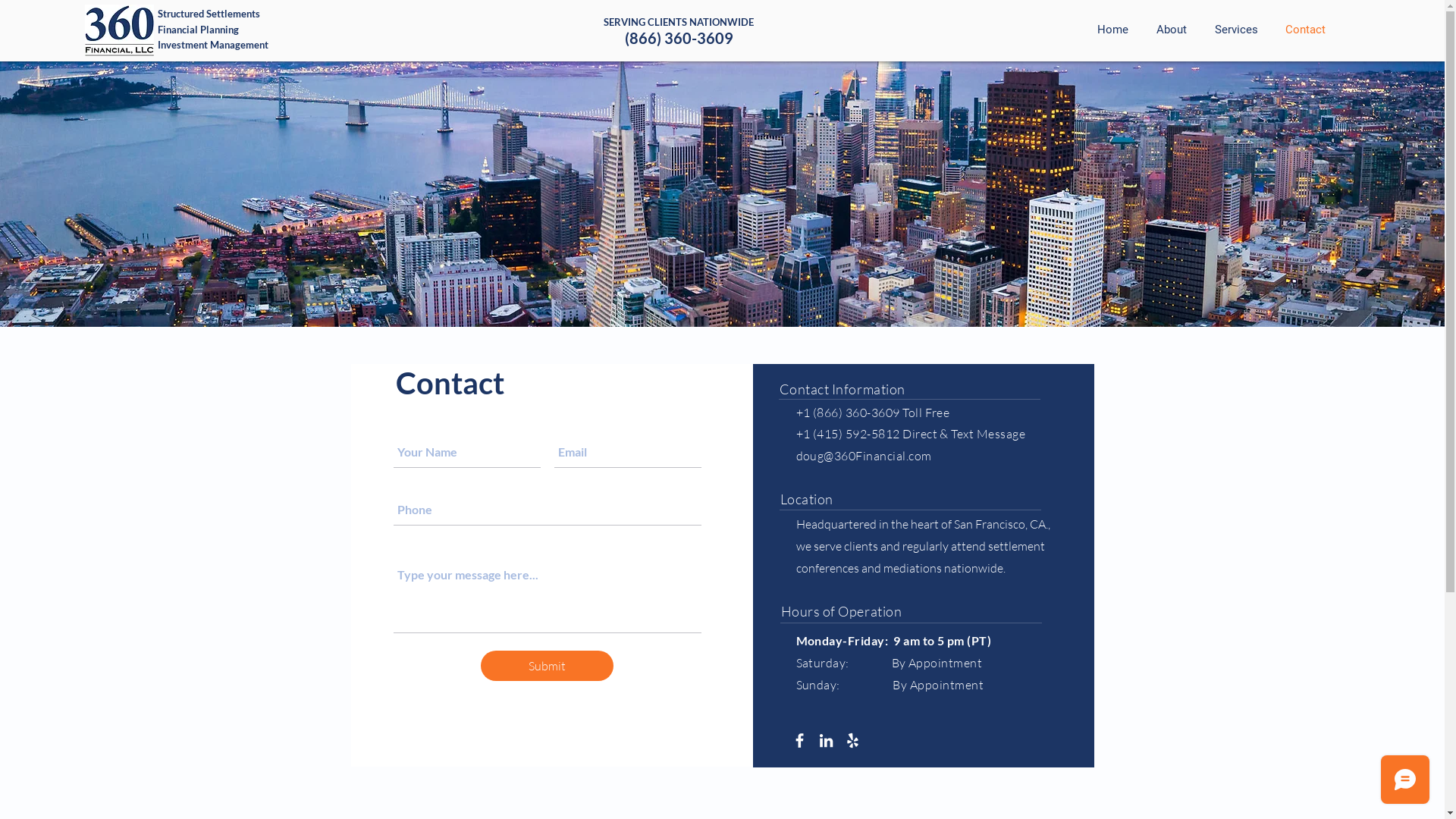 This screenshot has height=819, width=1456. What do you see at coordinates (1139, 29) in the screenshot?
I see `'About'` at bounding box center [1139, 29].